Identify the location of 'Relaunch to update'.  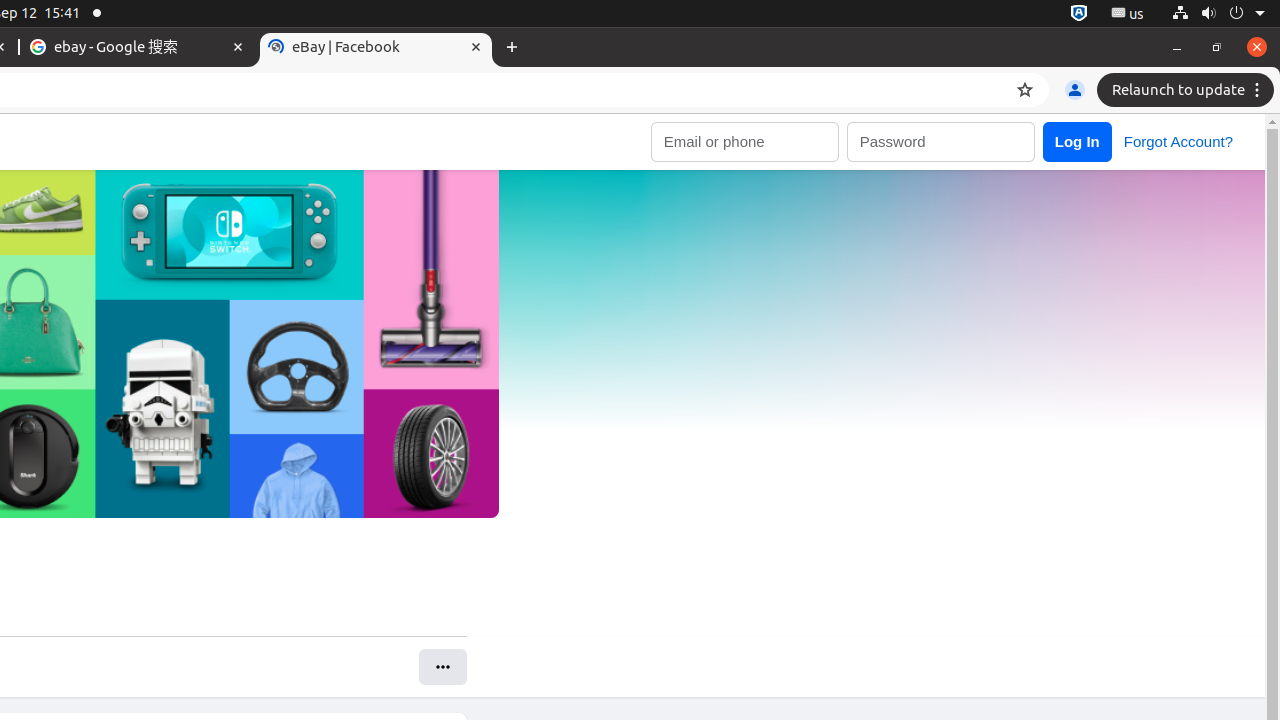
(1188, 90).